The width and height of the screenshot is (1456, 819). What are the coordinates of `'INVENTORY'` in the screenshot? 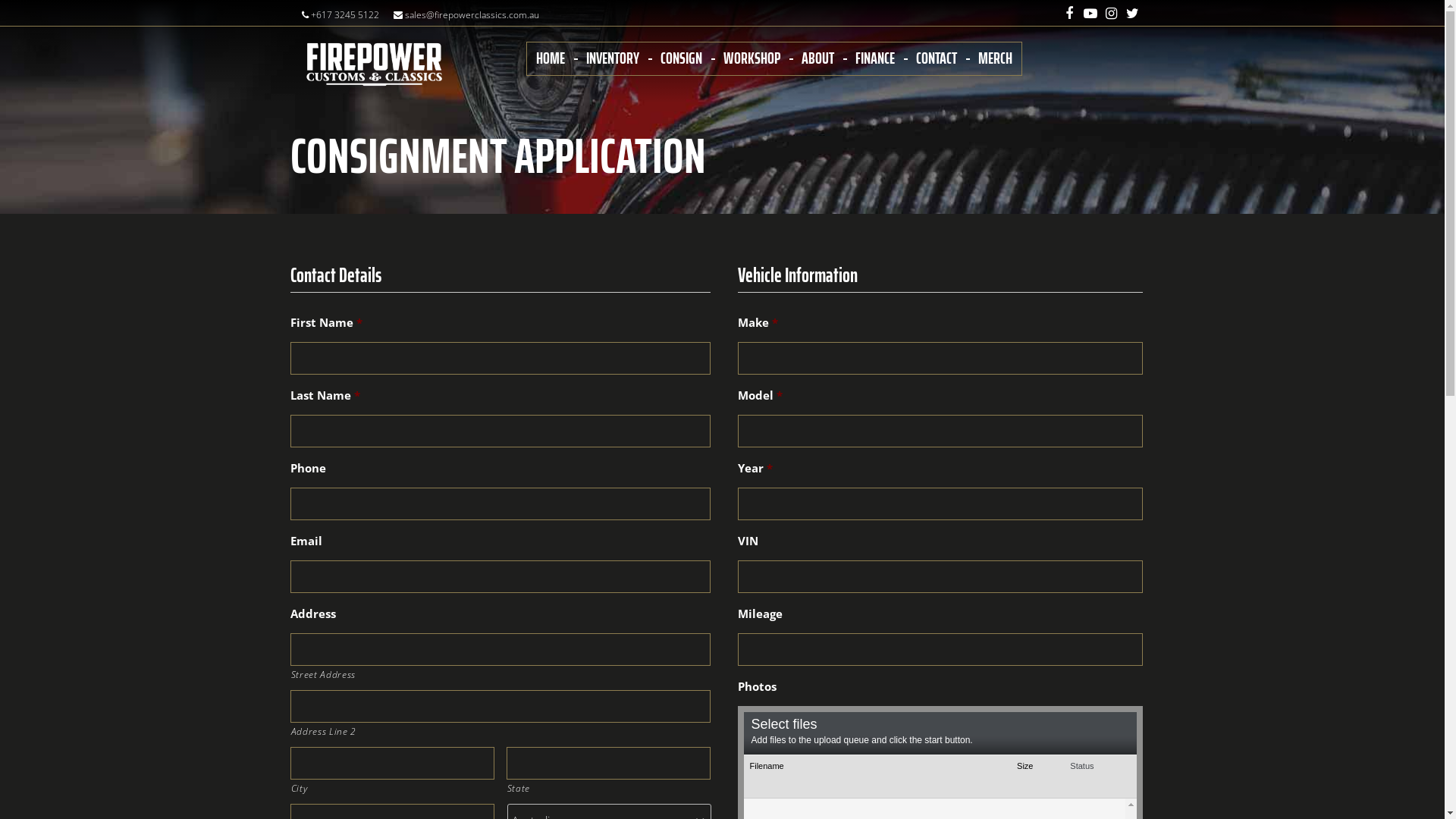 It's located at (611, 57).